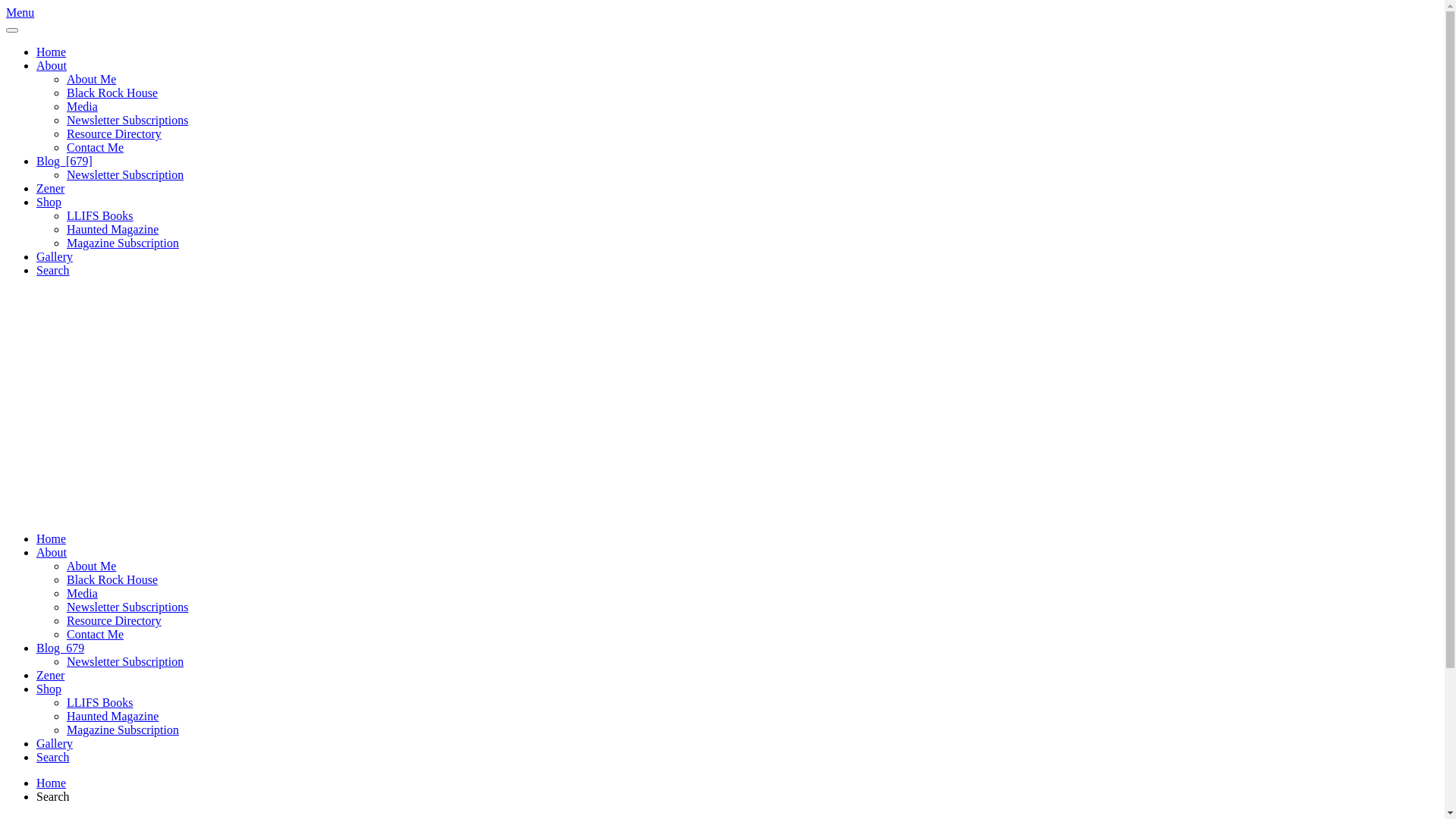 This screenshot has height=819, width=1456. Describe the element at coordinates (20, 12) in the screenshot. I see `'Menu'` at that location.